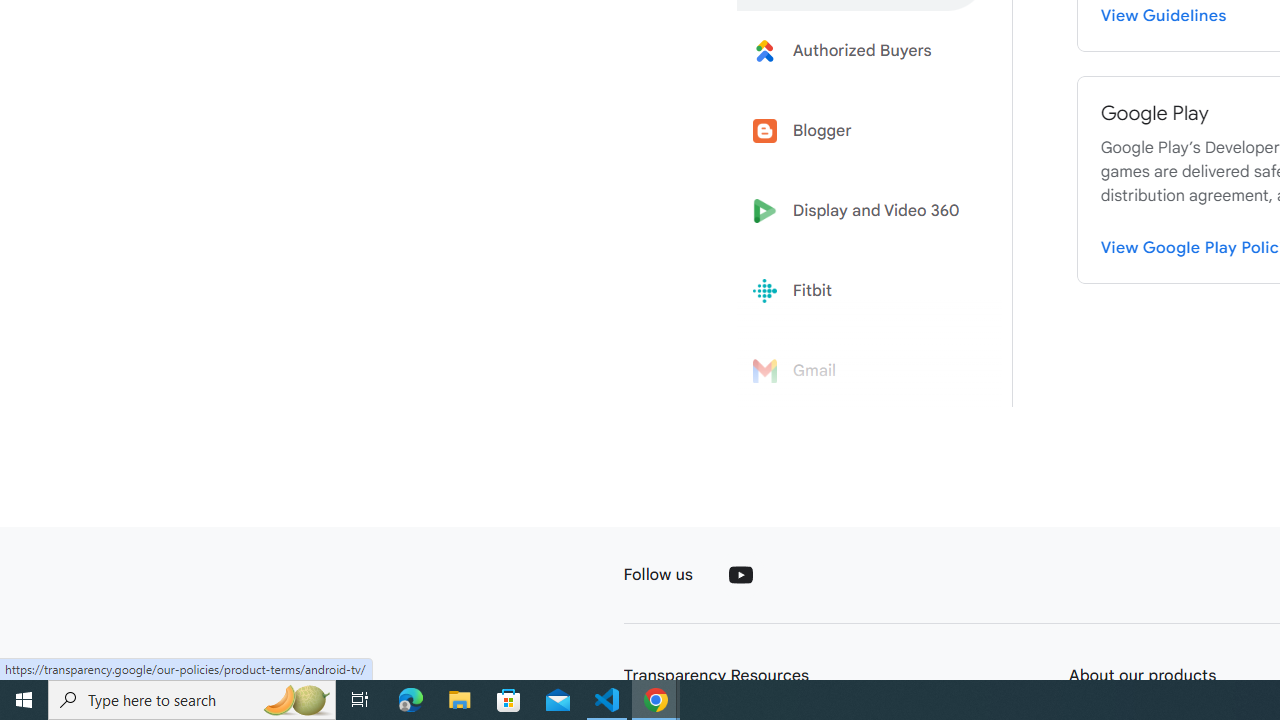 The height and width of the screenshot is (720, 1280). Describe the element at coordinates (862, 371) in the screenshot. I see `'Gmail'` at that location.